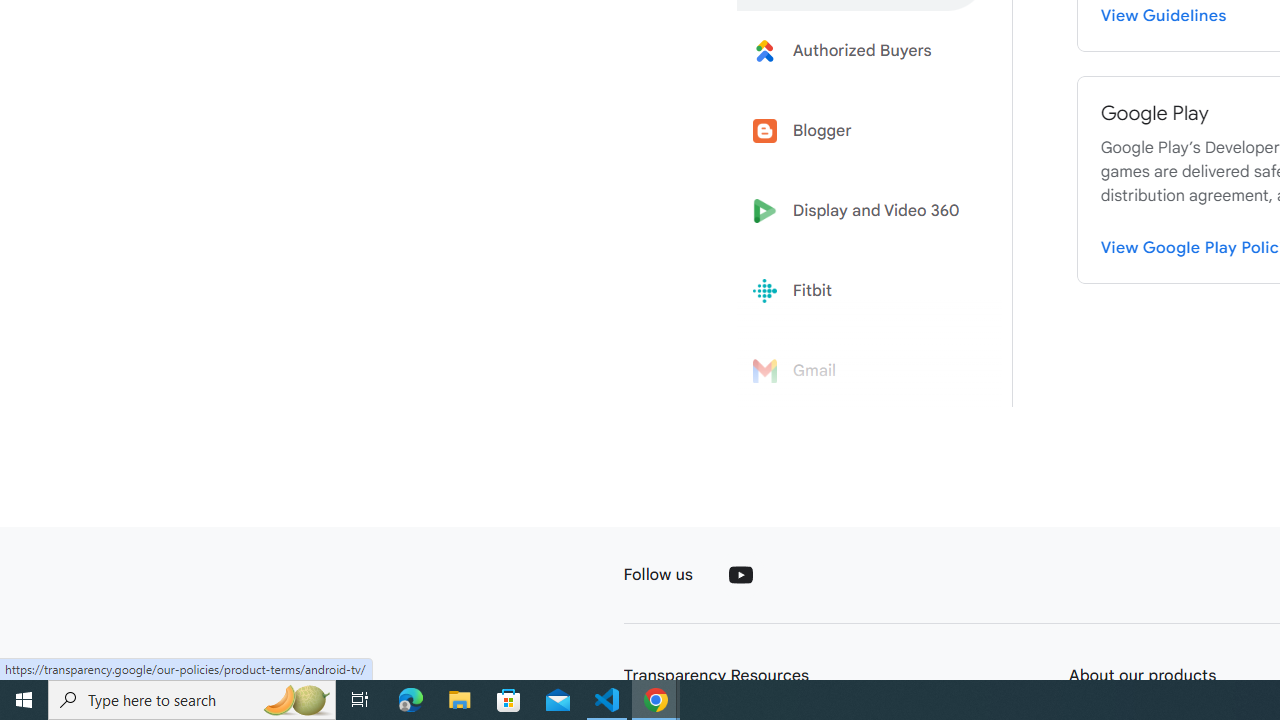 The height and width of the screenshot is (720, 1280). Describe the element at coordinates (862, 371) in the screenshot. I see `'Gmail'` at that location.